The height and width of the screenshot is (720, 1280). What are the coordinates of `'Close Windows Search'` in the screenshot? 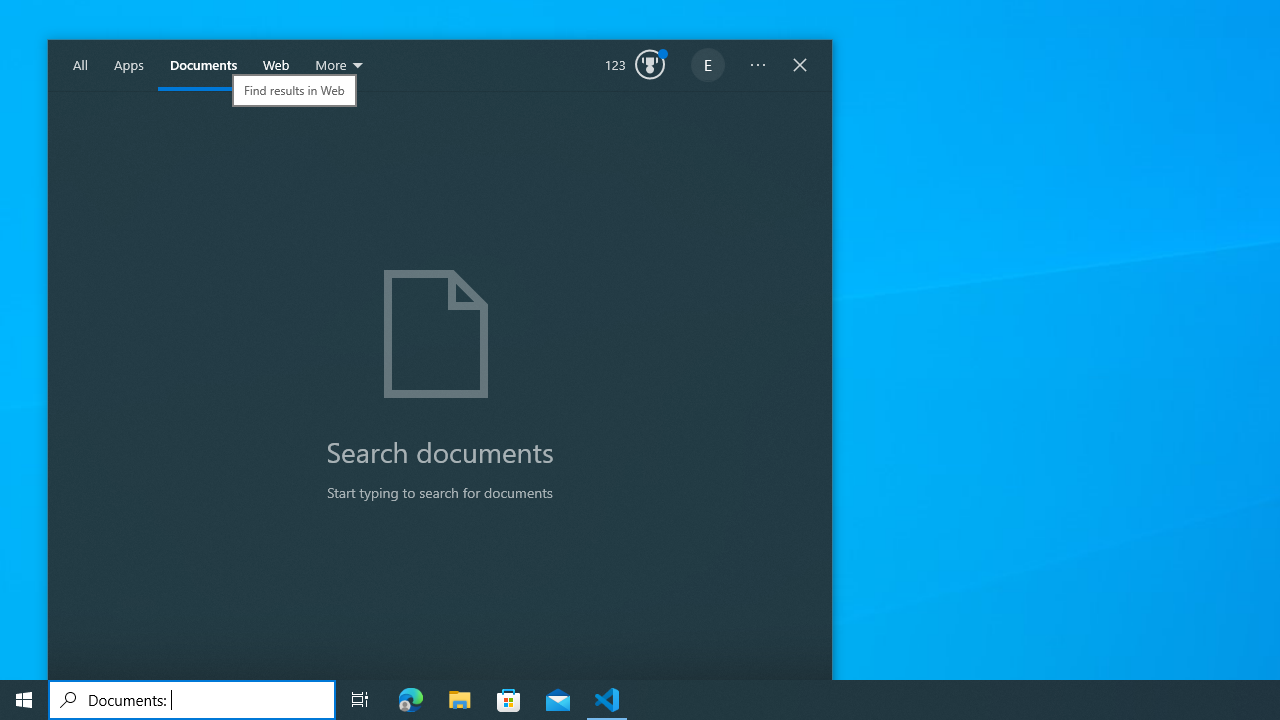 It's located at (800, 65).